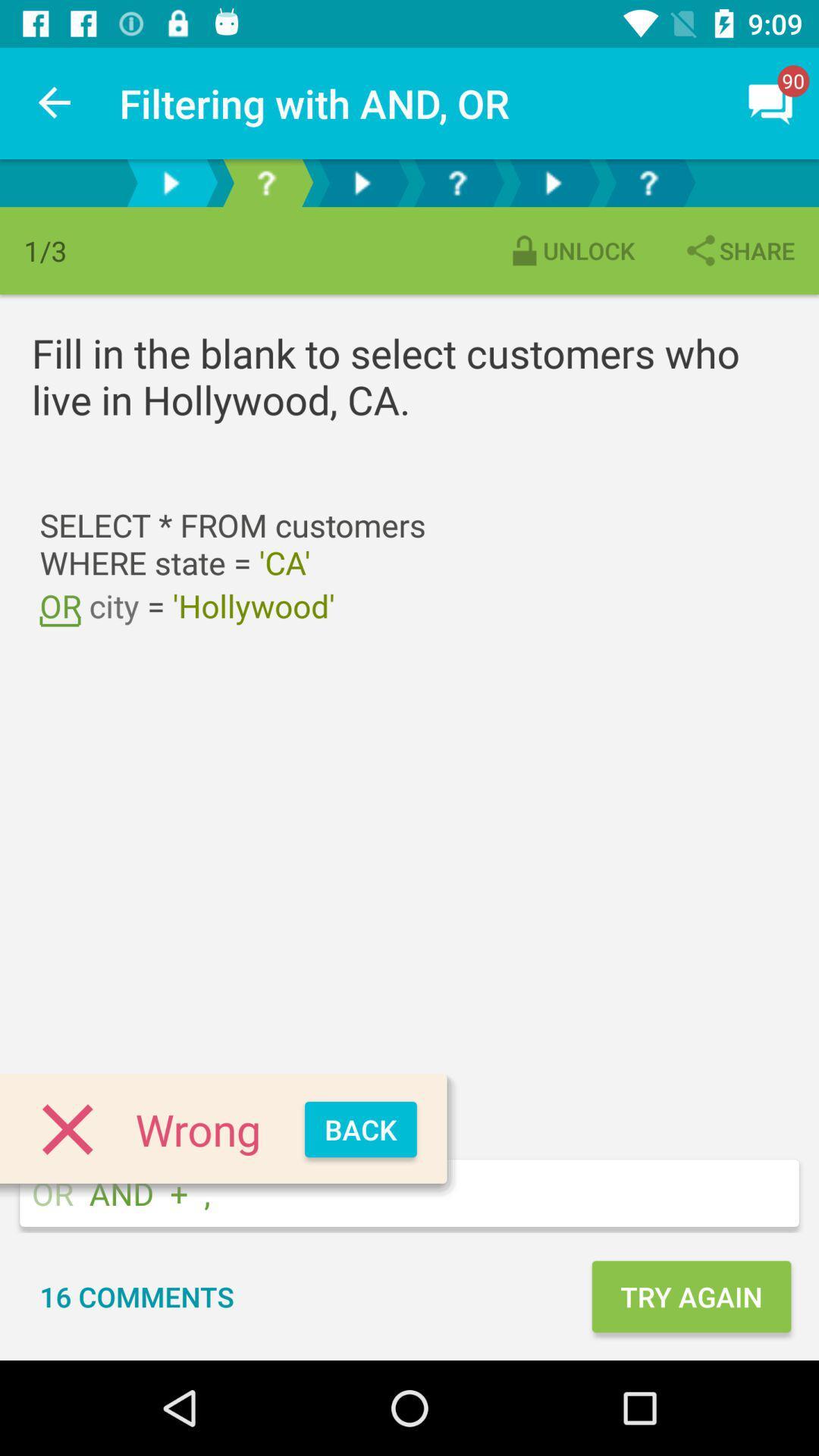 The width and height of the screenshot is (819, 1456). I want to click on go forward, so click(553, 182).